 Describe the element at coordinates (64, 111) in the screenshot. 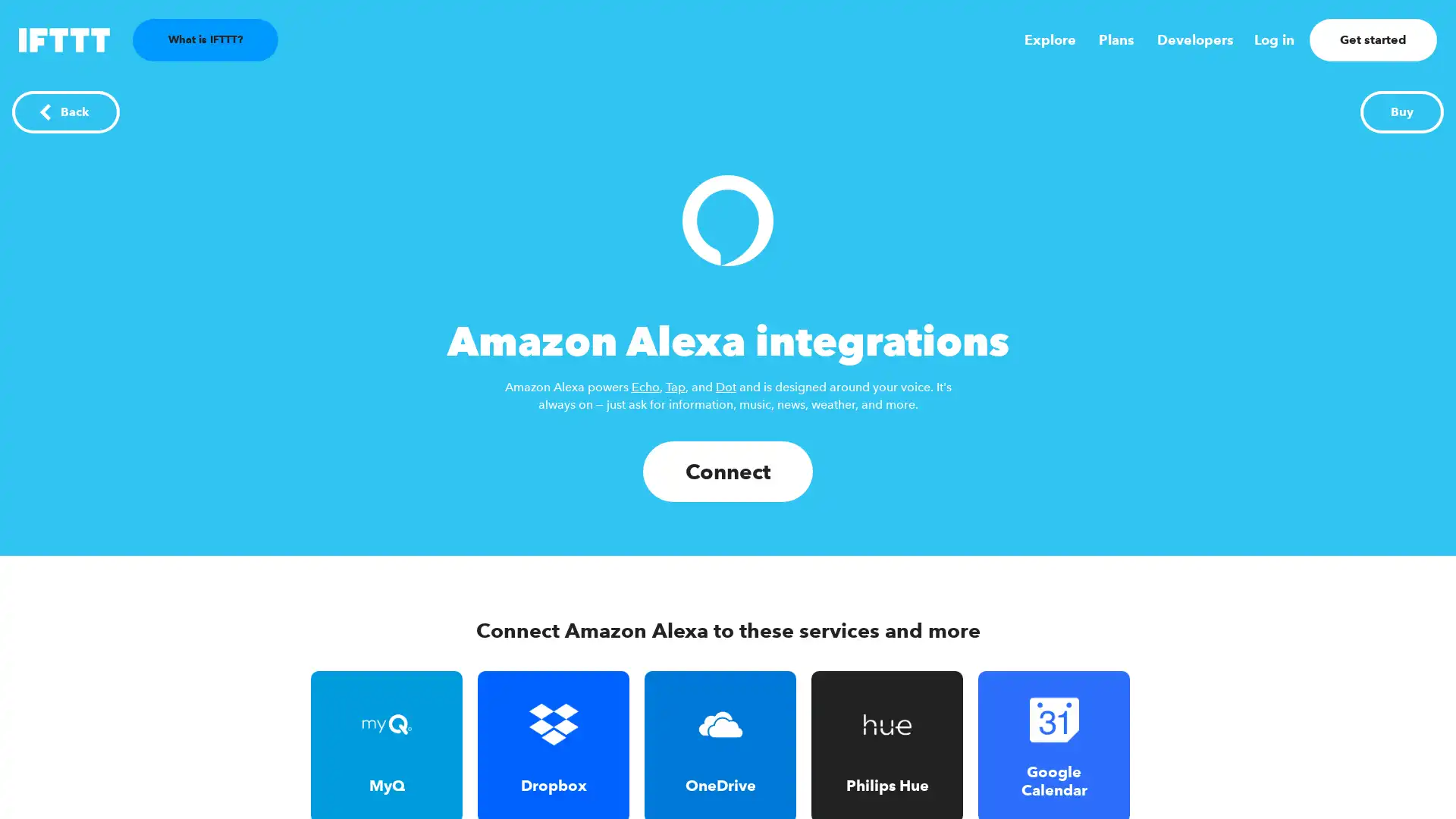

I see `Back` at that location.